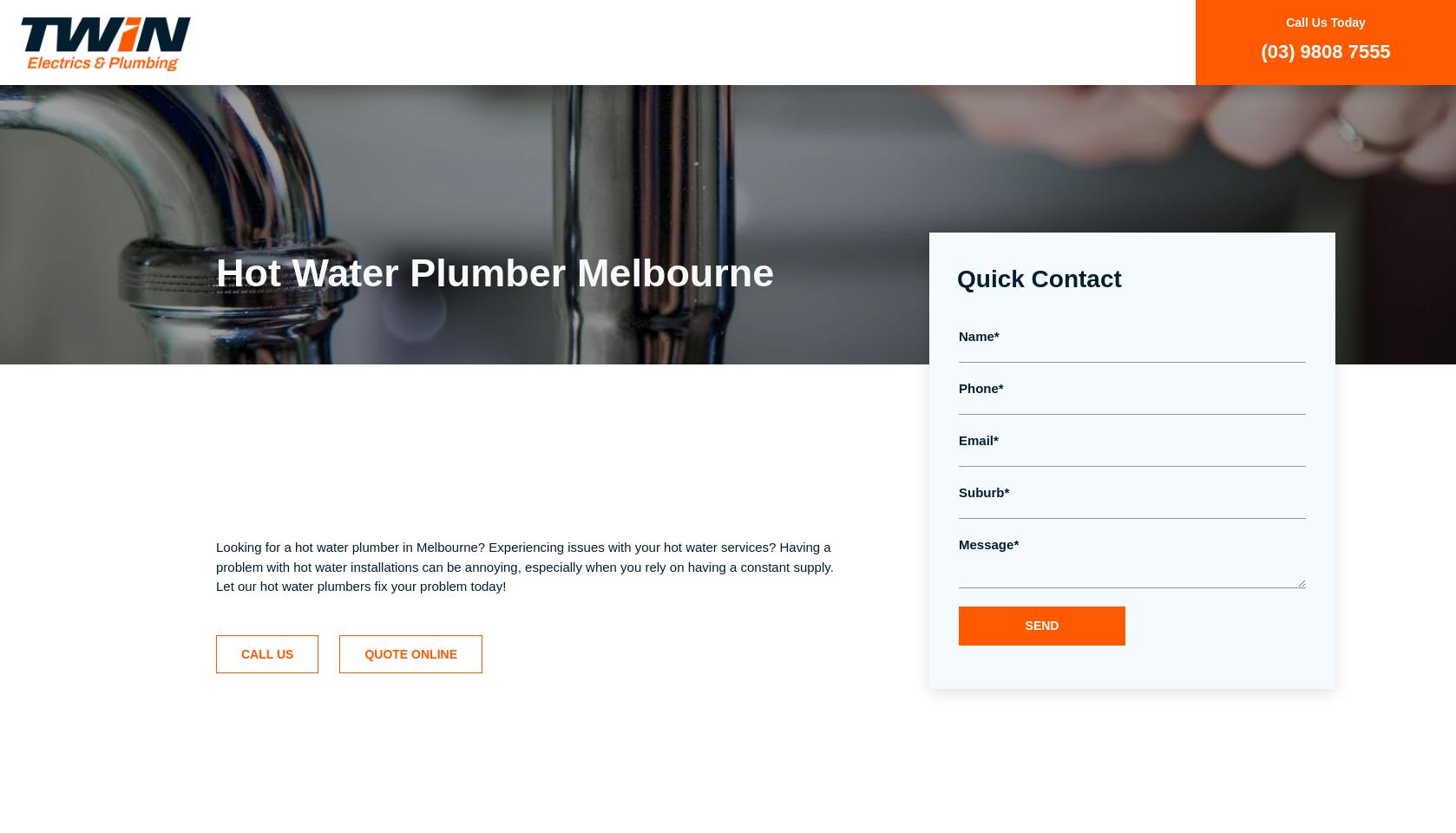  I want to click on 'Send', so click(1024, 625).